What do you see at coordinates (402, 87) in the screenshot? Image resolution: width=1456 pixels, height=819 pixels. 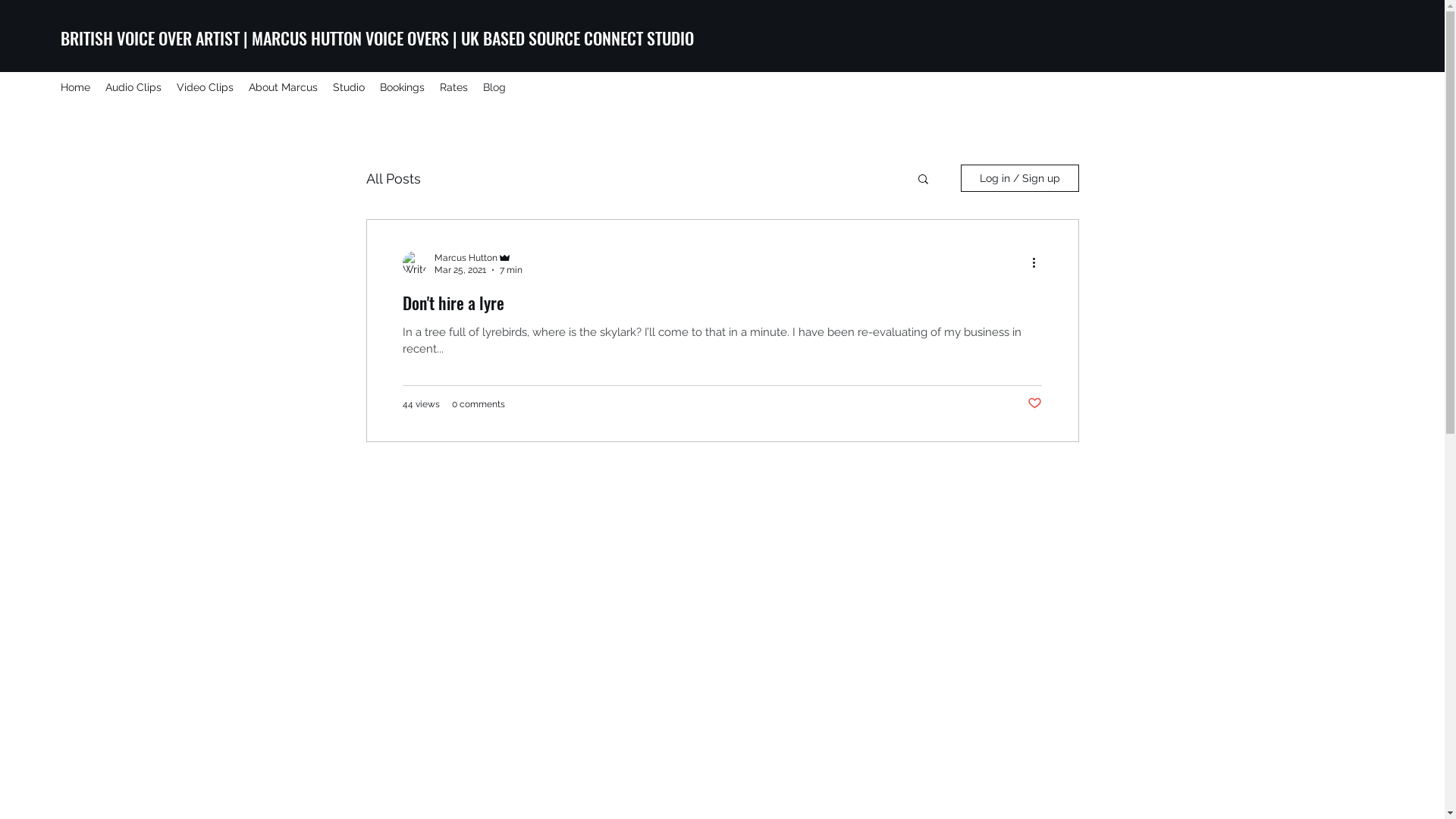 I see `'Bookings'` at bounding box center [402, 87].